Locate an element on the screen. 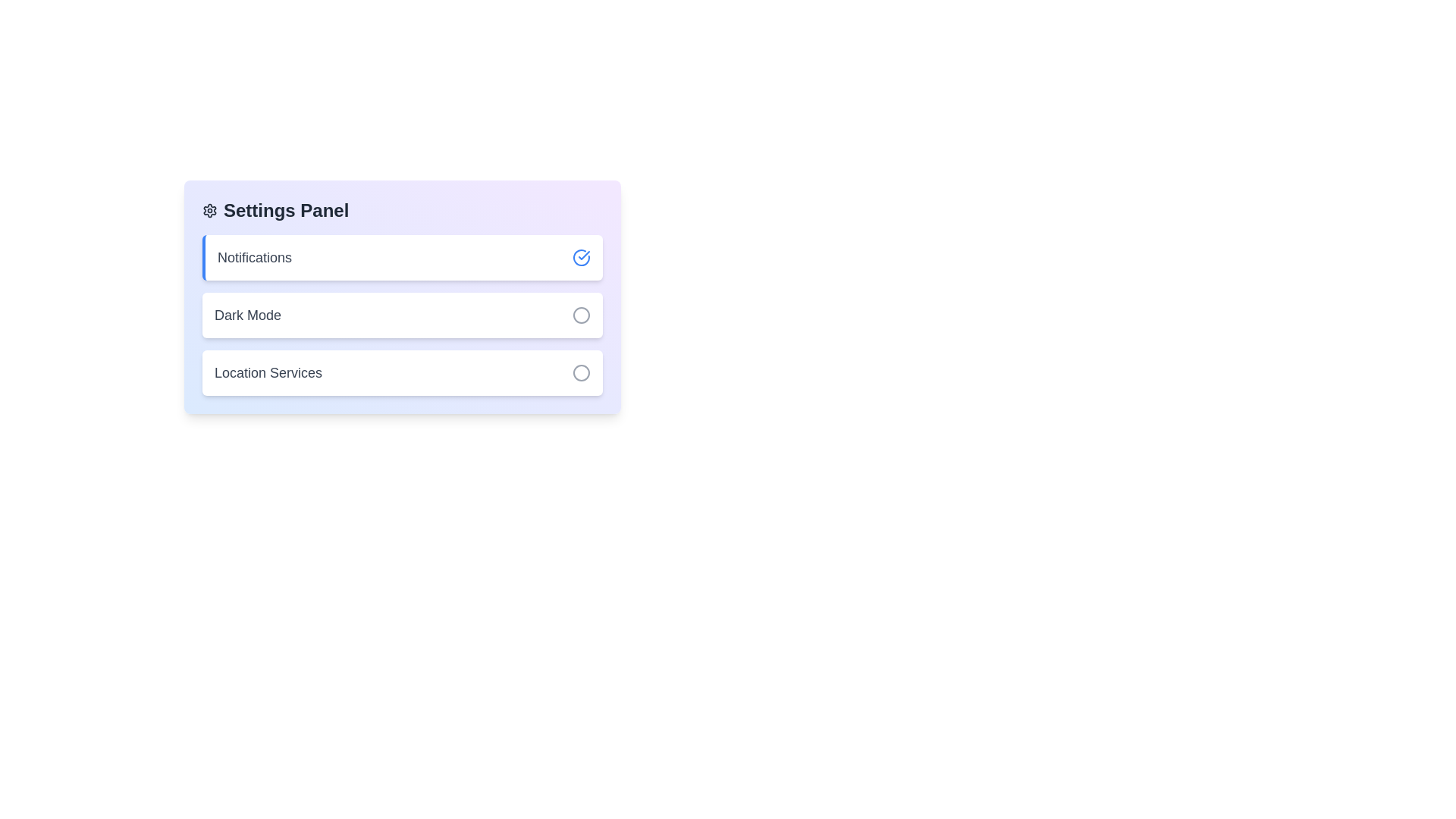  the title of the settings panel is located at coordinates (403, 210).